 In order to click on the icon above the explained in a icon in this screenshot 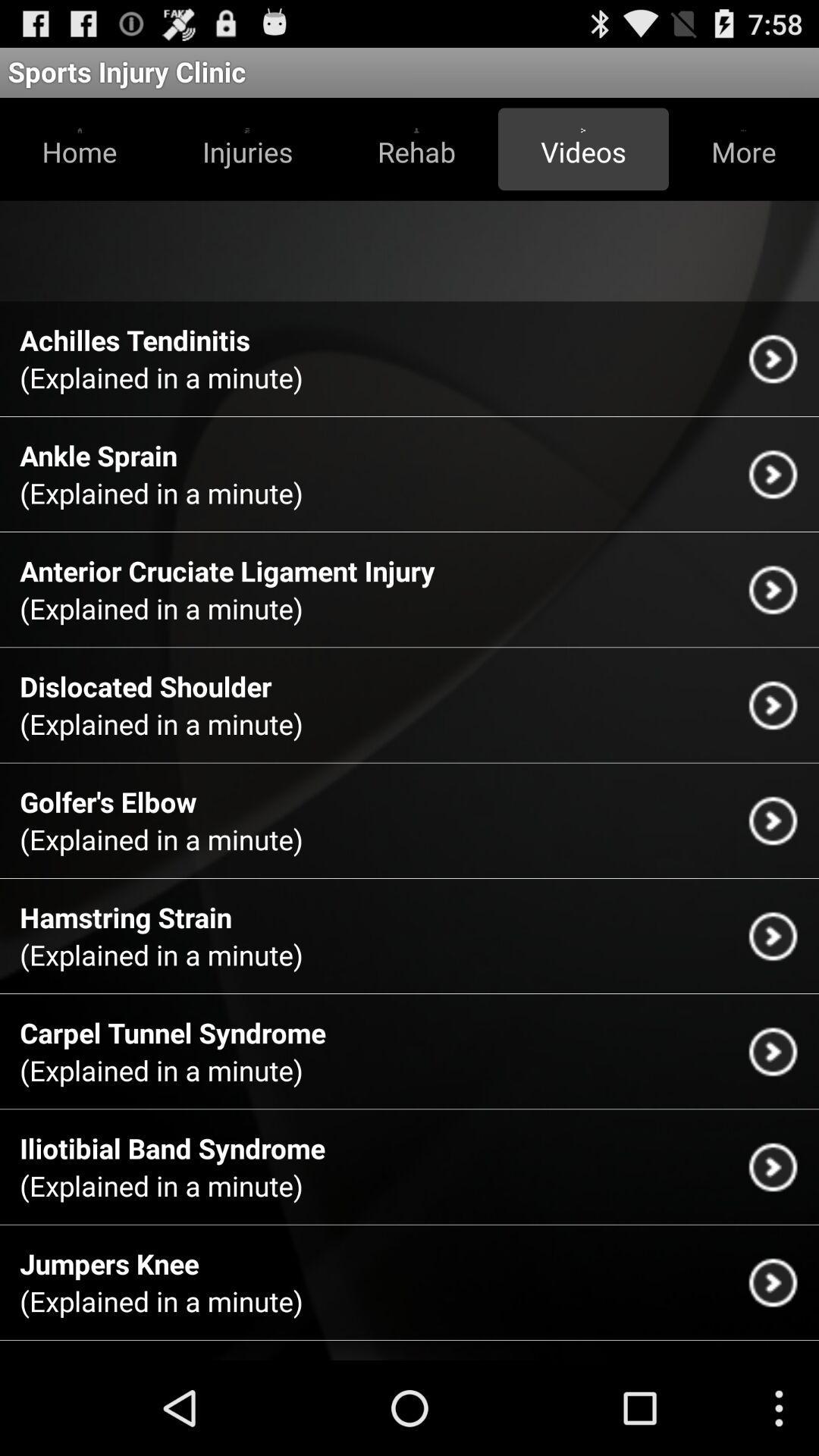, I will do `click(146, 686)`.